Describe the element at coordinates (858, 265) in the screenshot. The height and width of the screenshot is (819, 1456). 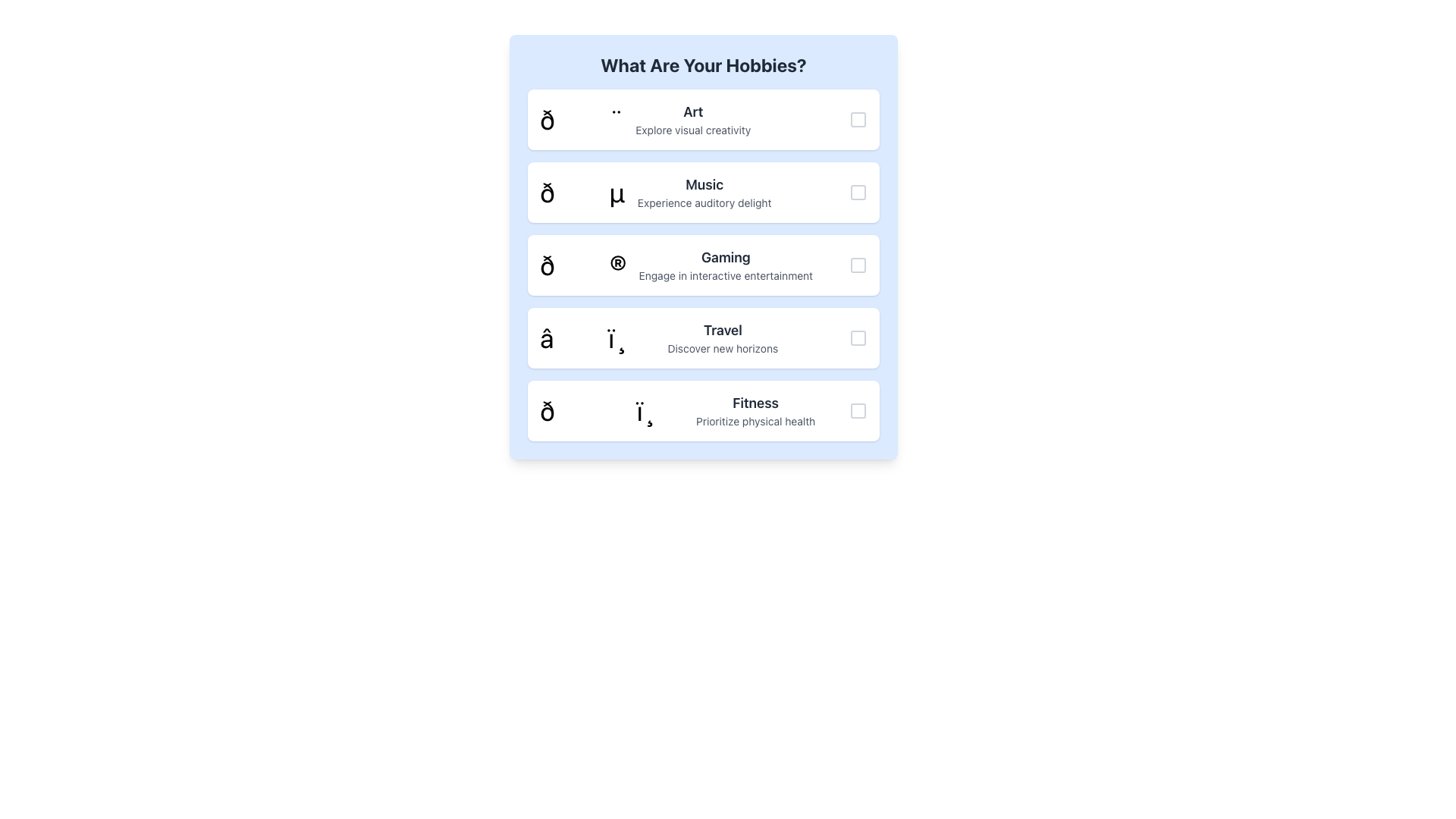
I see `the rightmost icon in the 'Gaming' section` at that location.